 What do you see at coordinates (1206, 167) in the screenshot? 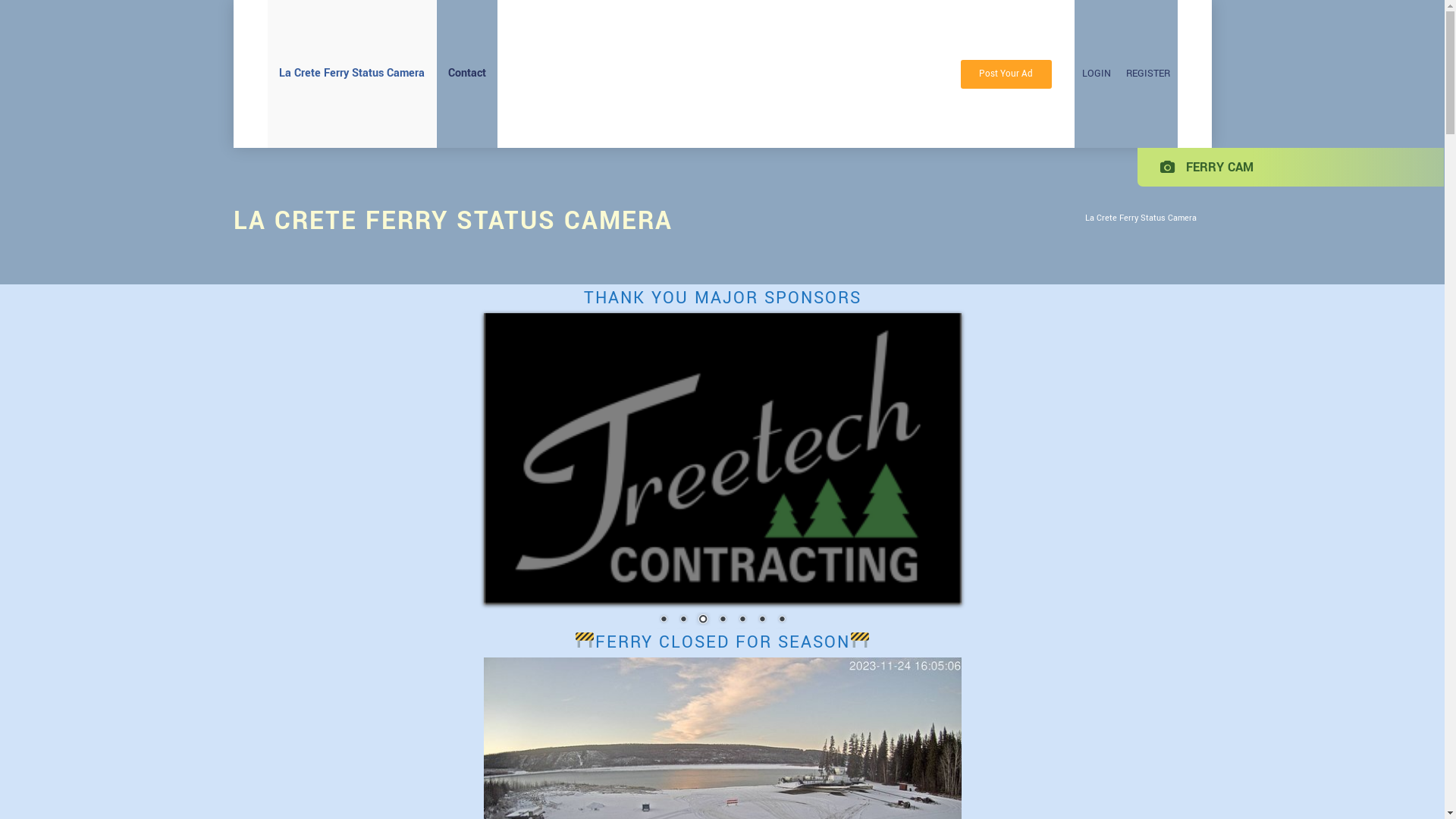
I see `'FERRY CAM'` at bounding box center [1206, 167].